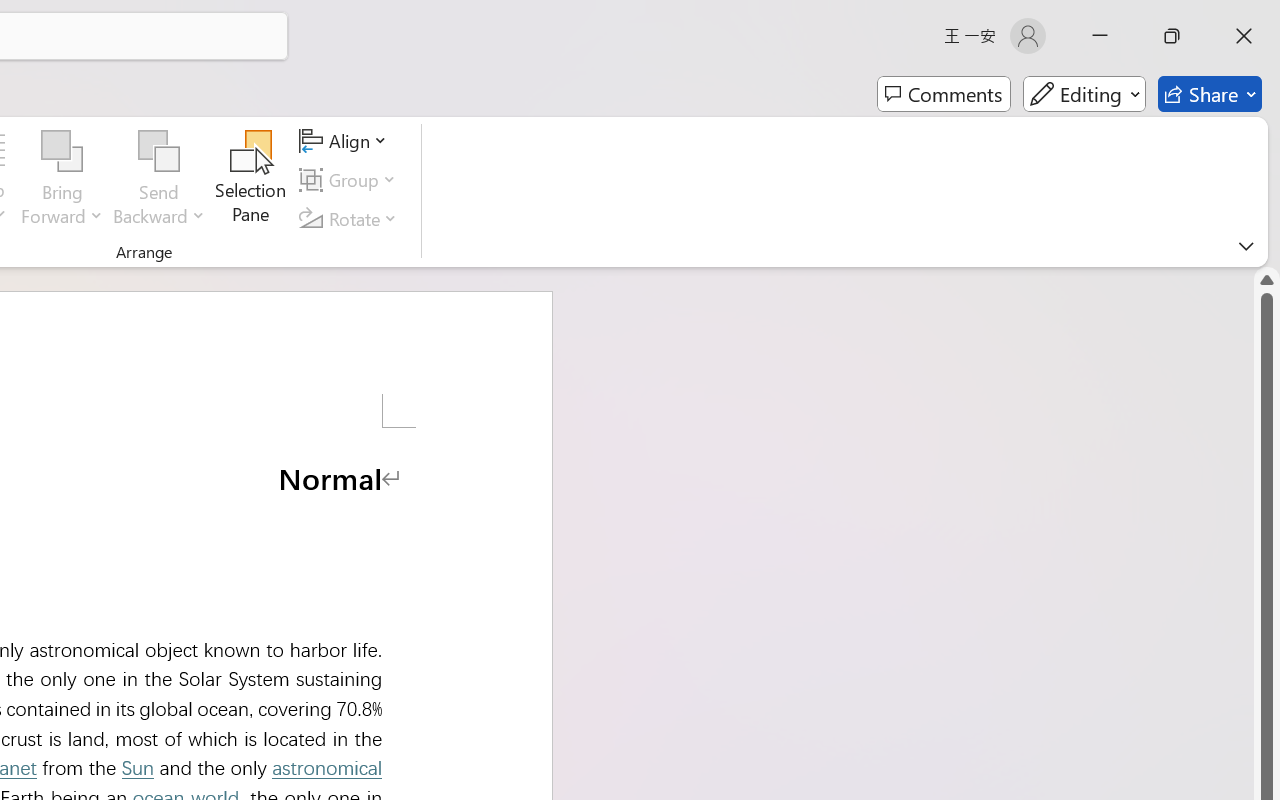 This screenshot has height=800, width=1280. What do you see at coordinates (250, 179) in the screenshot?
I see `'Selection Pane...'` at bounding box center [250, 179].